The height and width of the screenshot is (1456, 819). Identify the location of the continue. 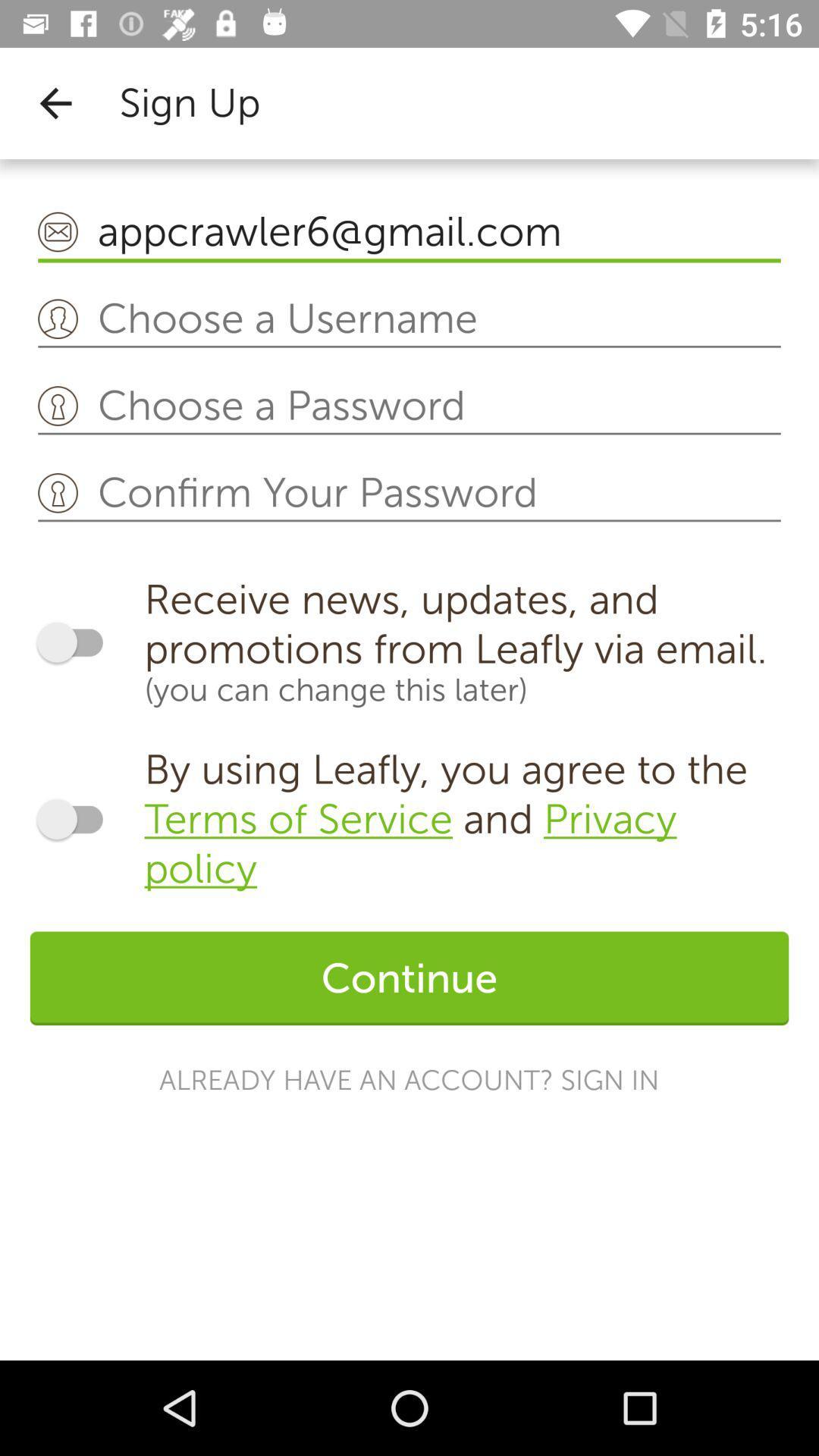
(409, 978).